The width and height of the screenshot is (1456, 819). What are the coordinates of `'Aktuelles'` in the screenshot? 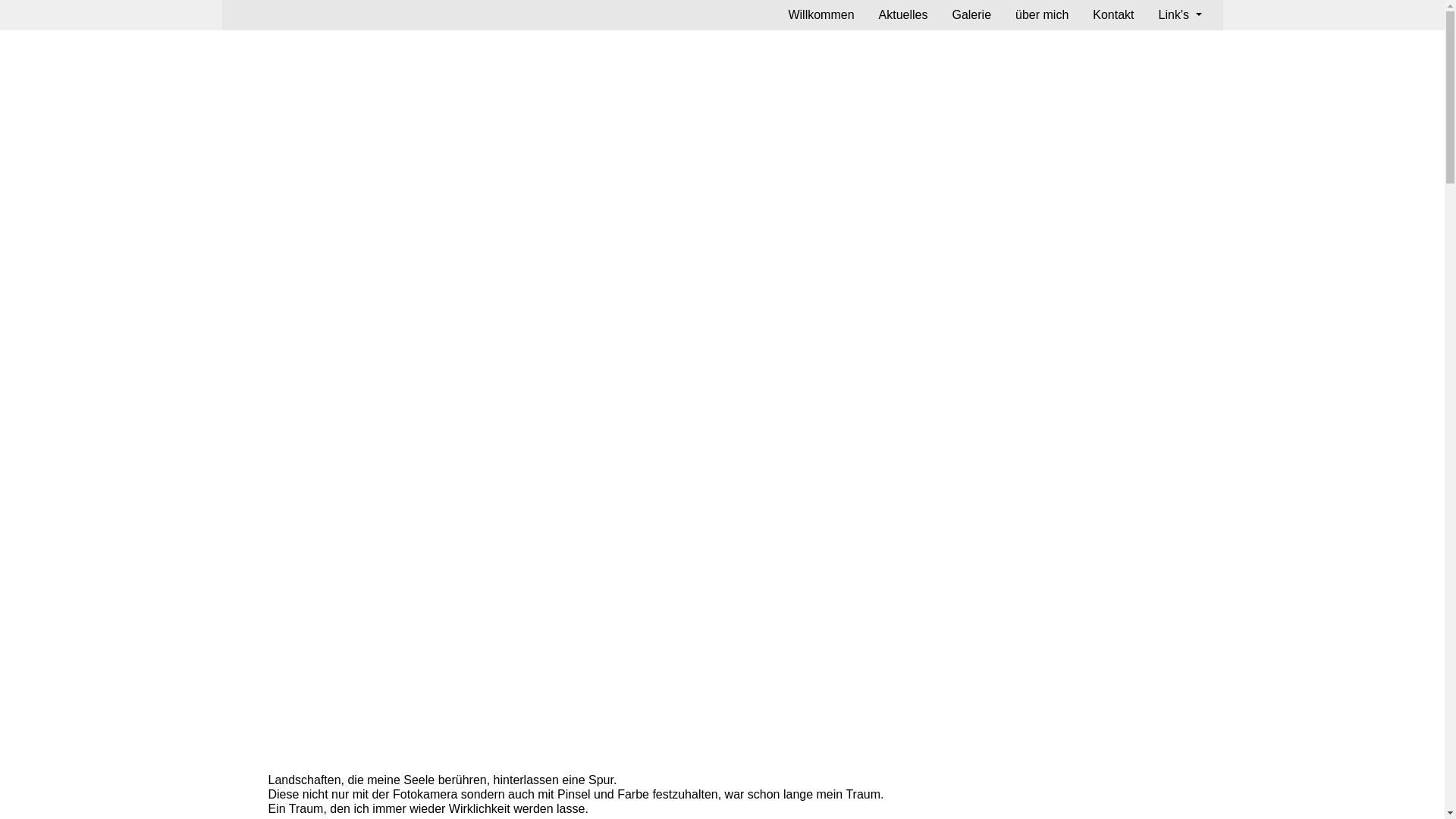 It's located at (903, 14).